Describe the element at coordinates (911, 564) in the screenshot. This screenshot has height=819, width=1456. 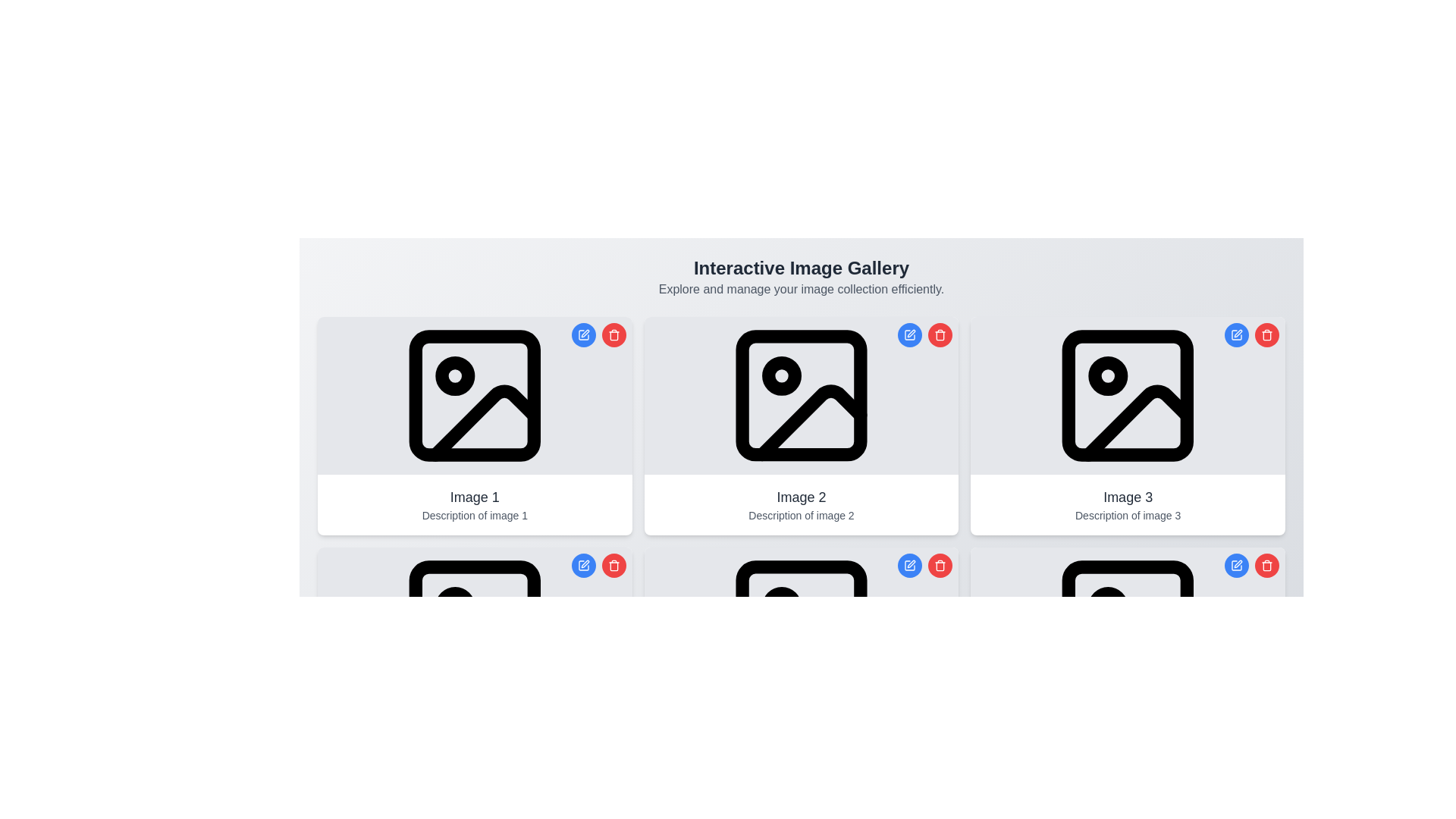
I see `the blue pencil icon in the top-right corner of 'Image 2'` at that location.